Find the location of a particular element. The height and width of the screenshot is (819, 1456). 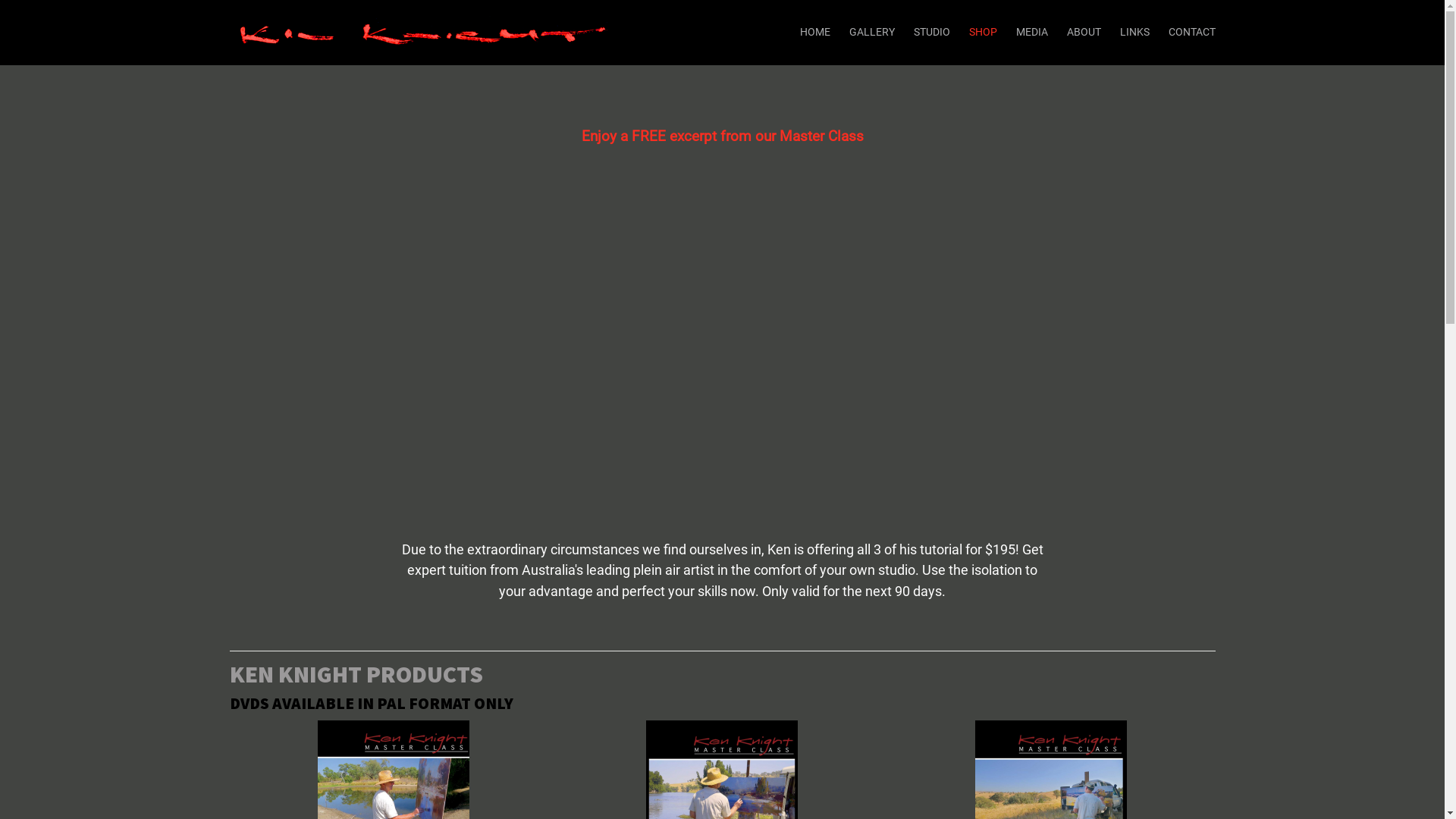

'CONTACT' is located at coordinates (1190, 32).